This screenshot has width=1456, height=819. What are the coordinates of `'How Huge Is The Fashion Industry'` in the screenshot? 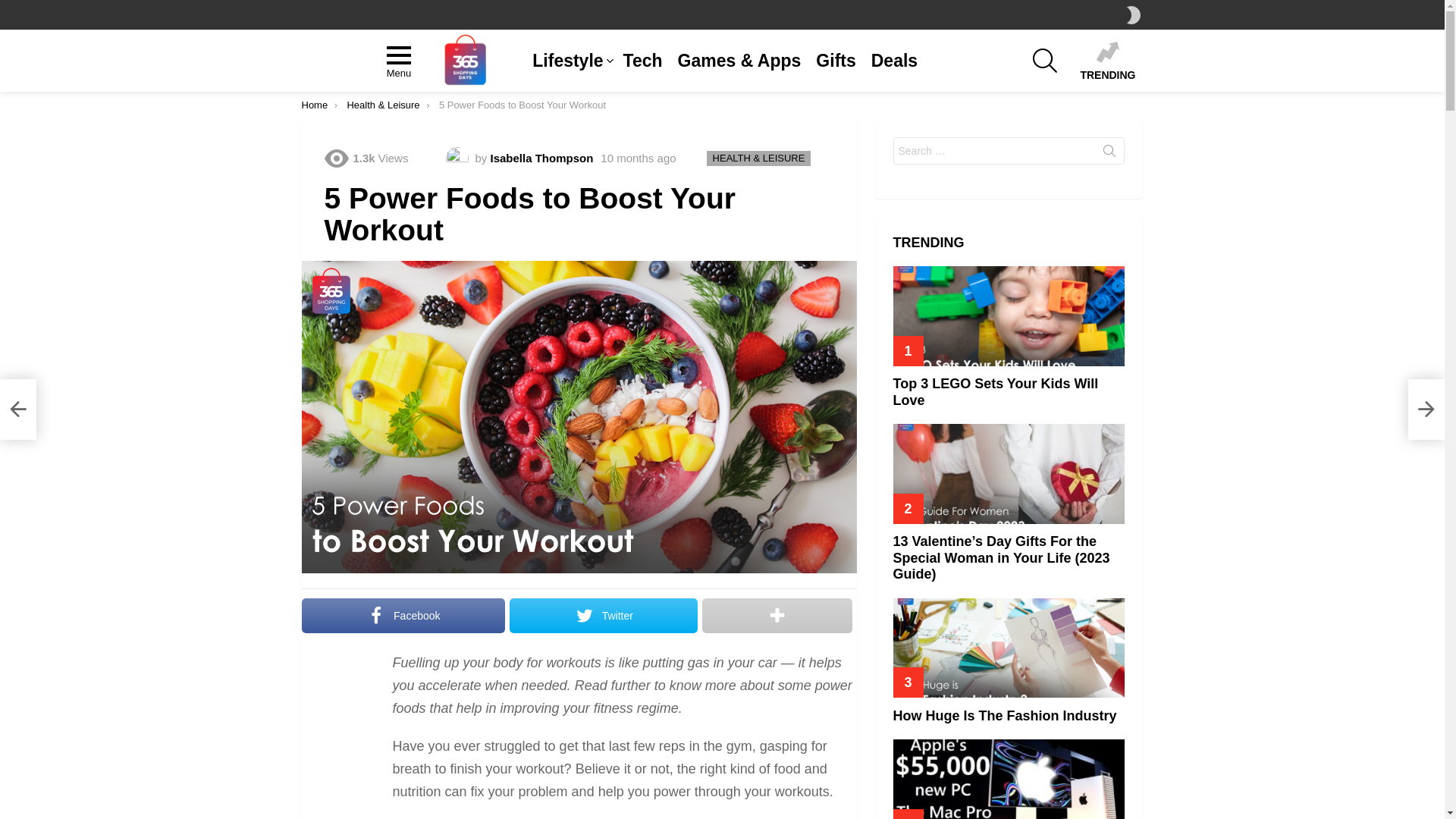 It's located at (1009, 648).